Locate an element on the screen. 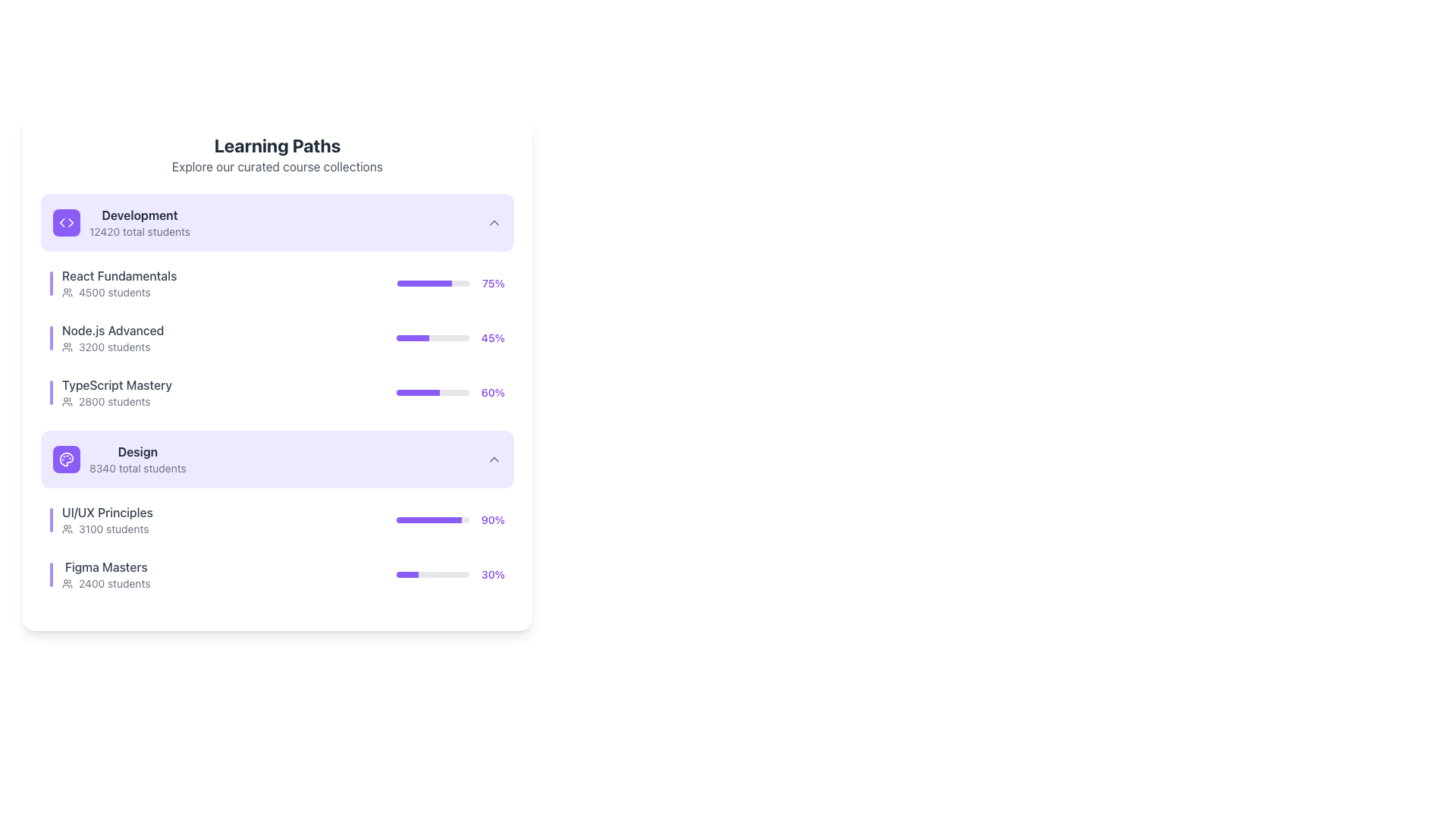 The height and width of the screenshot is (819, 1456). the hyperlink labeled 'TypeScript Mastery' is located at coordinates (116, 384).